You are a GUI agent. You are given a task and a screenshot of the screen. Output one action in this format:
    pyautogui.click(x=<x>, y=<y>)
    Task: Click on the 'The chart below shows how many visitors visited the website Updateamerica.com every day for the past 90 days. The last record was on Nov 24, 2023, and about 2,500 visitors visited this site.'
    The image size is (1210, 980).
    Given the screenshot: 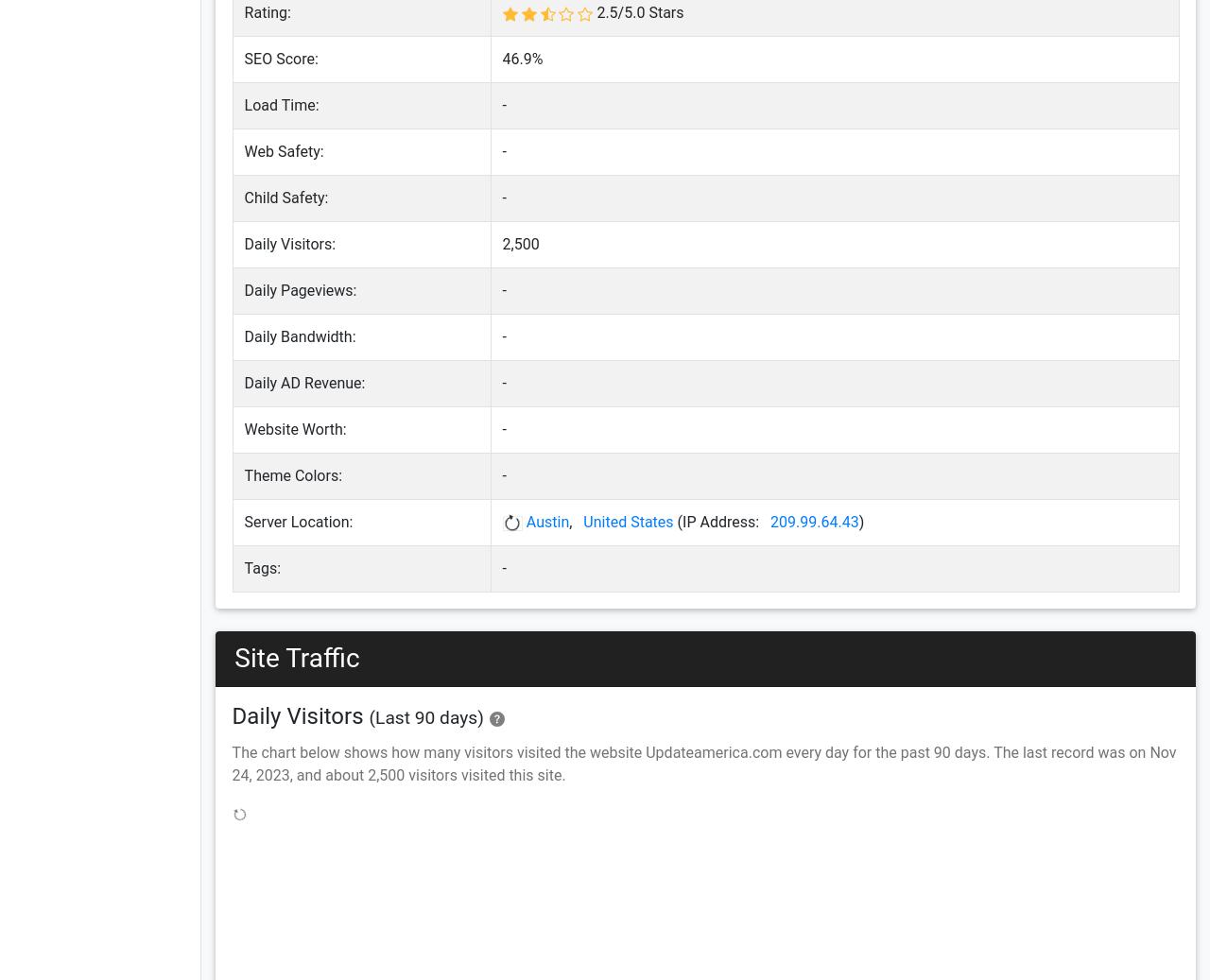 What is the action you would take?
    pyautogui.click(x=230, y=763)
    